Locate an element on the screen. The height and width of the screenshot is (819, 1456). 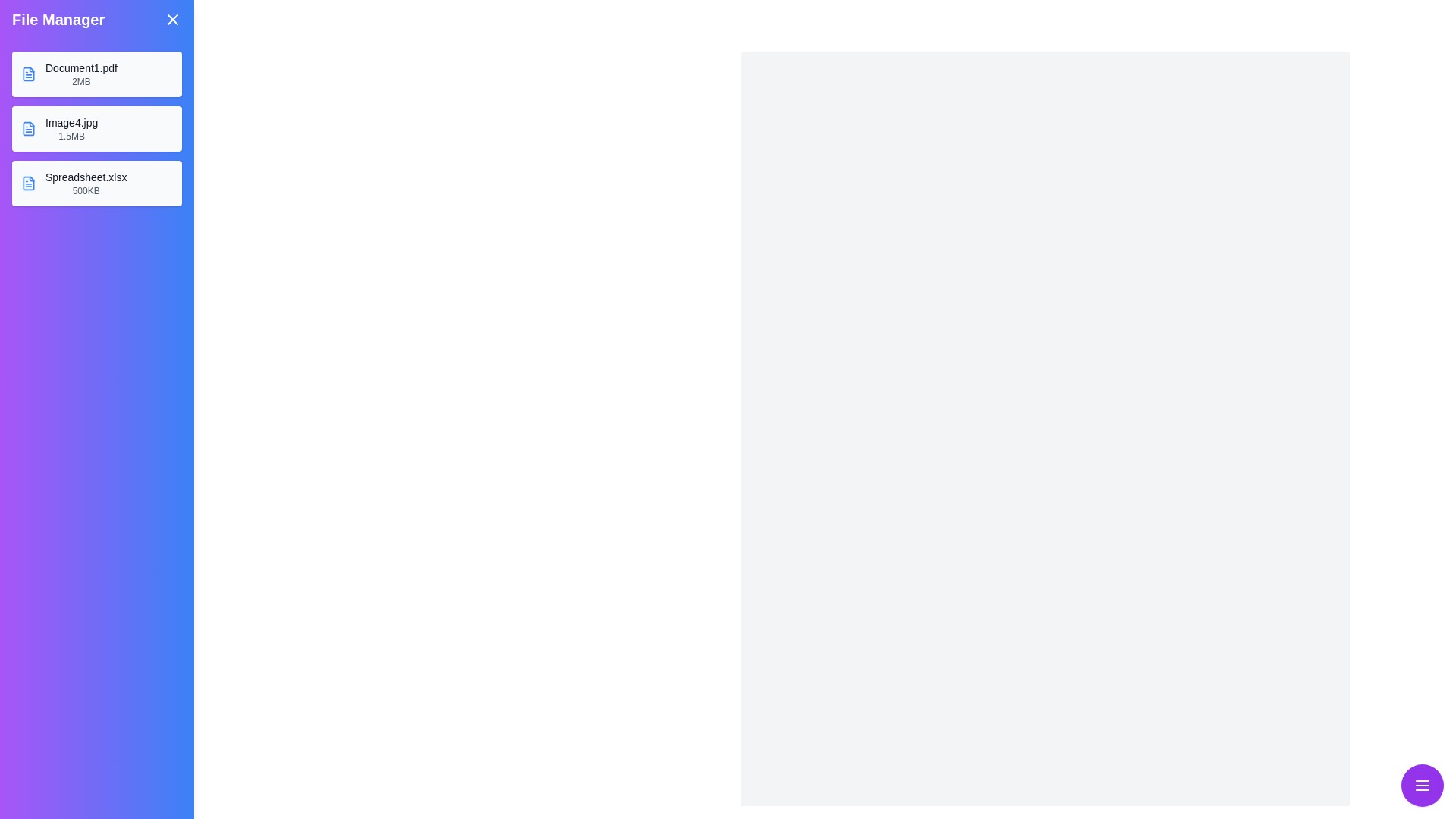
the static text label displaying '1.5MB' located under the filename 'Image4.jpg' in the 'File Manager' sidebar is located at coordinates (71, 136).